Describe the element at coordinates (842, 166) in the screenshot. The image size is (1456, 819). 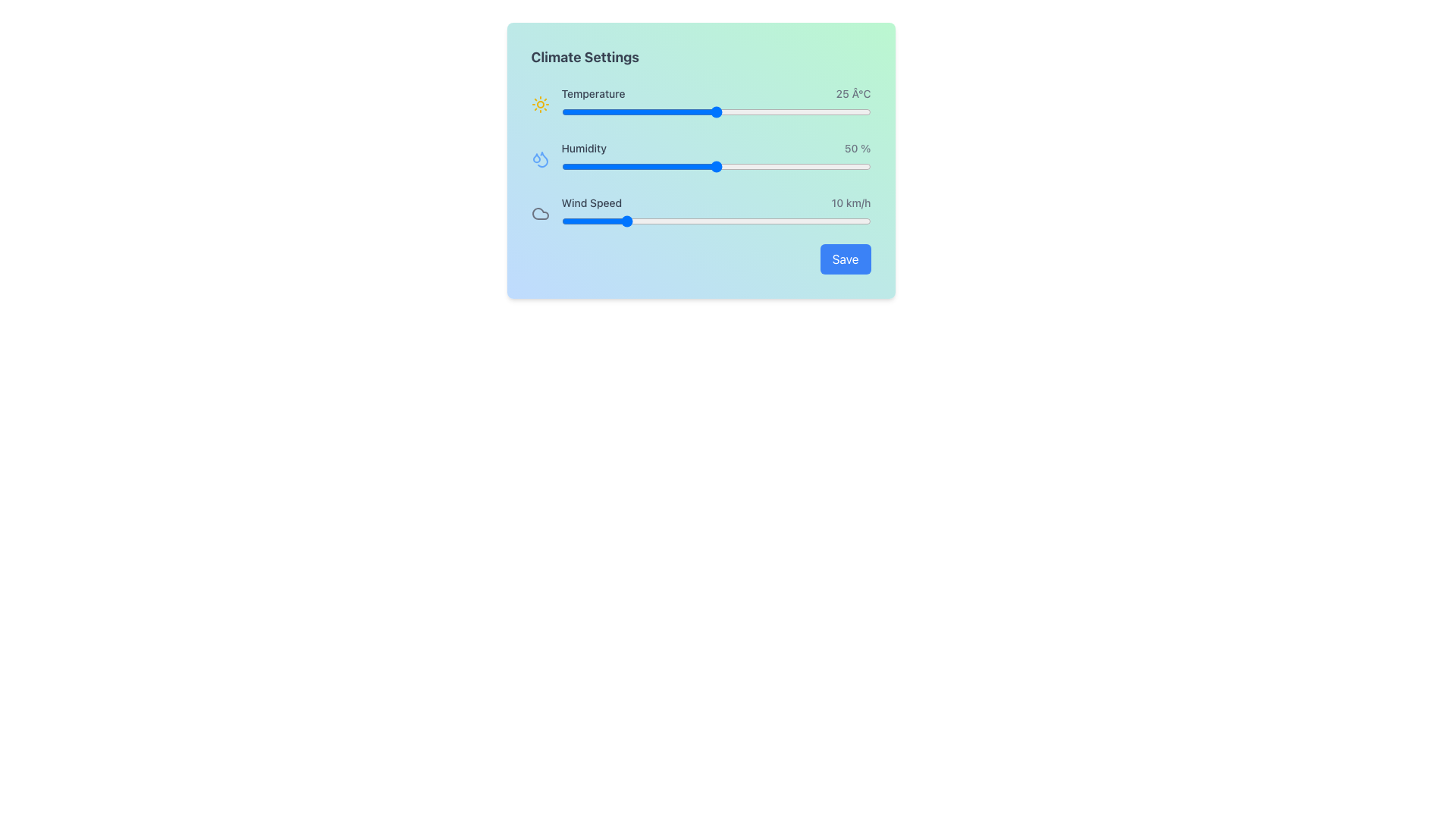
I see `the humidity` at that location.